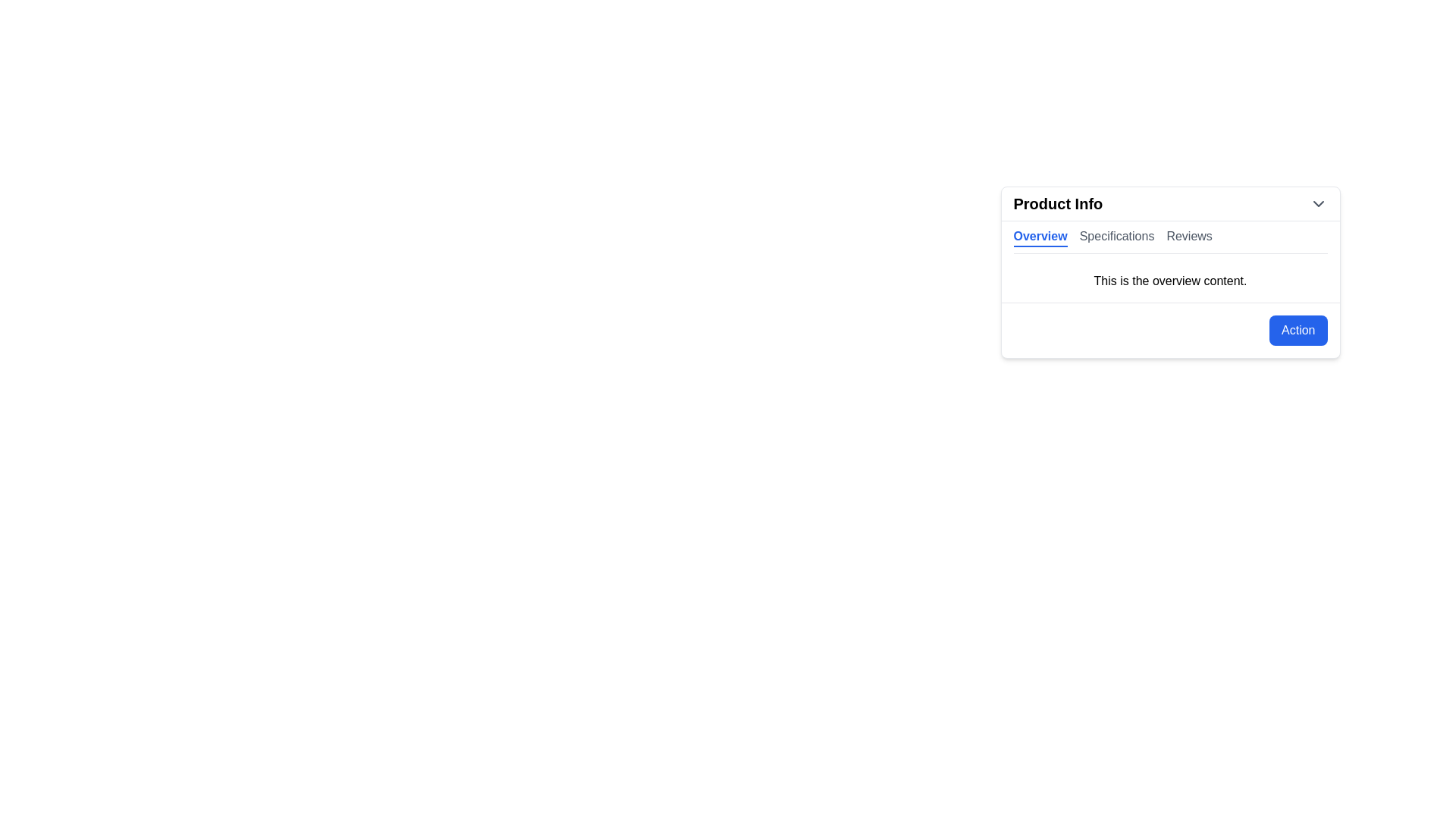  What do you see at coordinates (1040, 237) in the screenshot?
I see `the 'Overview' tab label` at bounding box center [1040, 237].